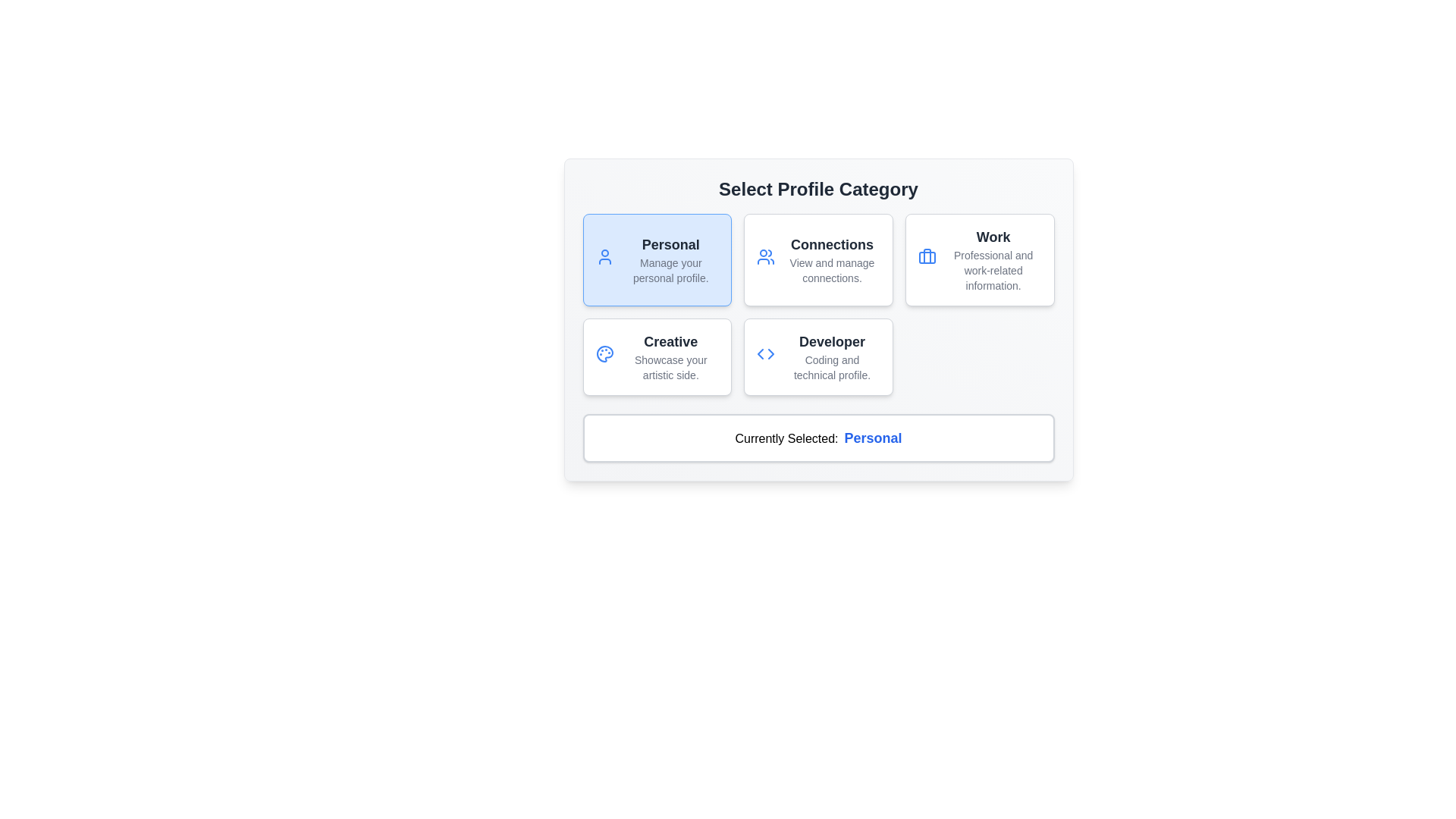  What do you see at coordinates (766, 259) in the screenshot?
I see `the 'Connections' icon, which is the leftmost icon in the top row of the grid layout within the 'Connections - View and manage connections' panel` at bounding box center [766, 259].